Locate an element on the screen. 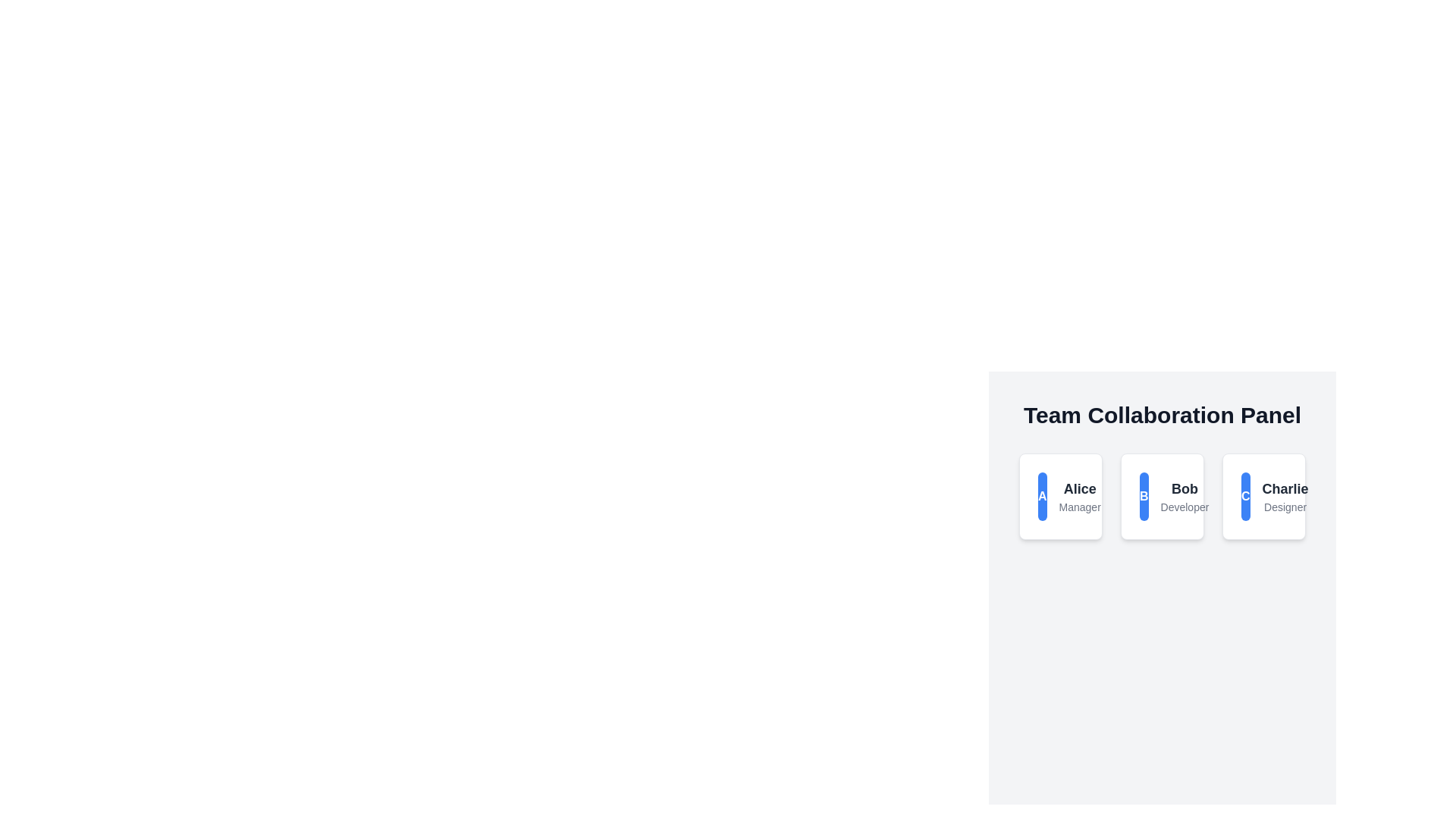 This screenshot has height=819, width=1456. the first Profile card in the team member's grid layout is located at coordinates (1059, 497).